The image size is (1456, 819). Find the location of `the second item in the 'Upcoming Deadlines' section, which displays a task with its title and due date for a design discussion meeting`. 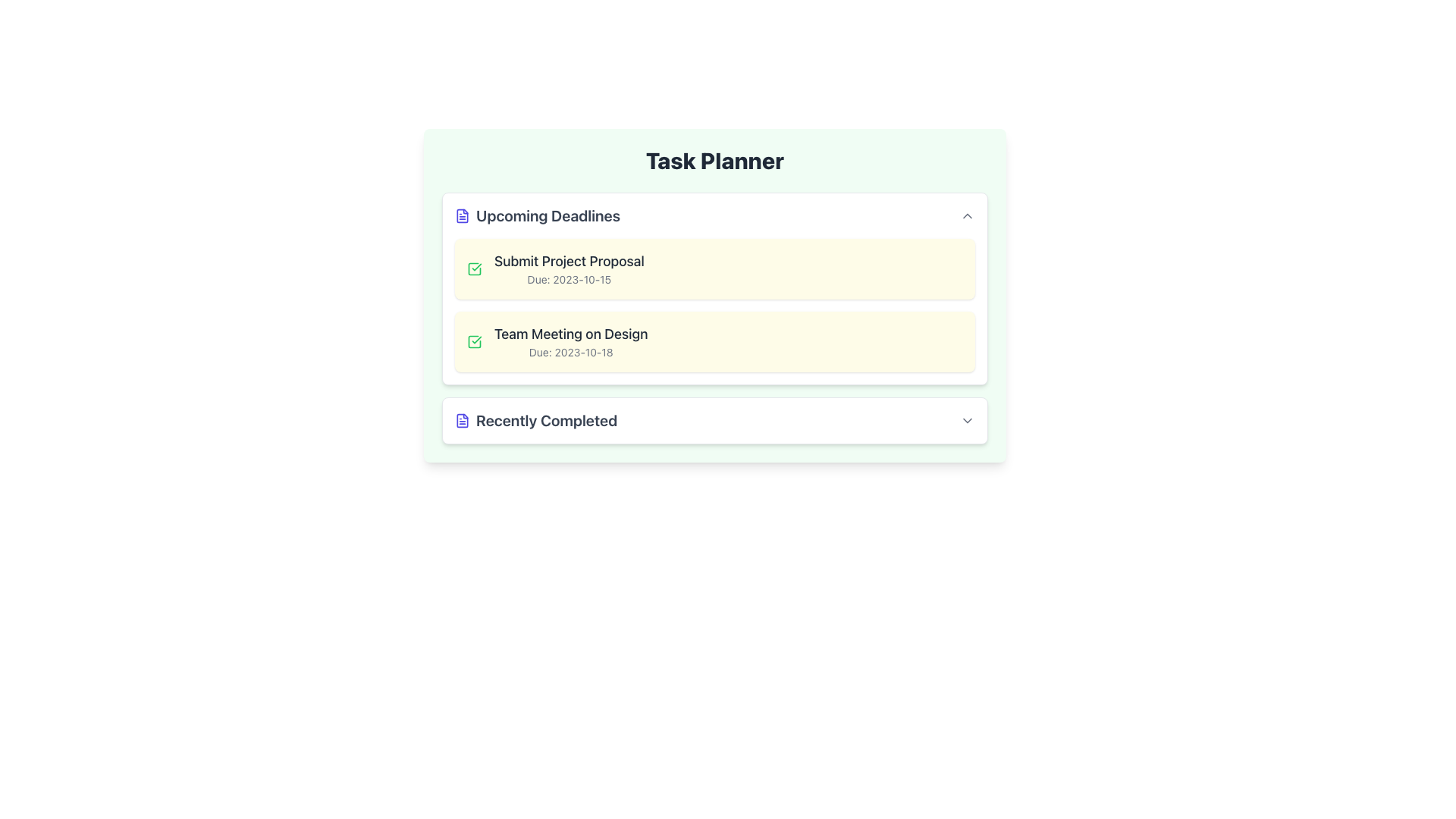

the second item in the 'Upcoming Deadlines' section, which displays a task with its title and due date for a design discussion meeting is located at coordinates (714, 342).